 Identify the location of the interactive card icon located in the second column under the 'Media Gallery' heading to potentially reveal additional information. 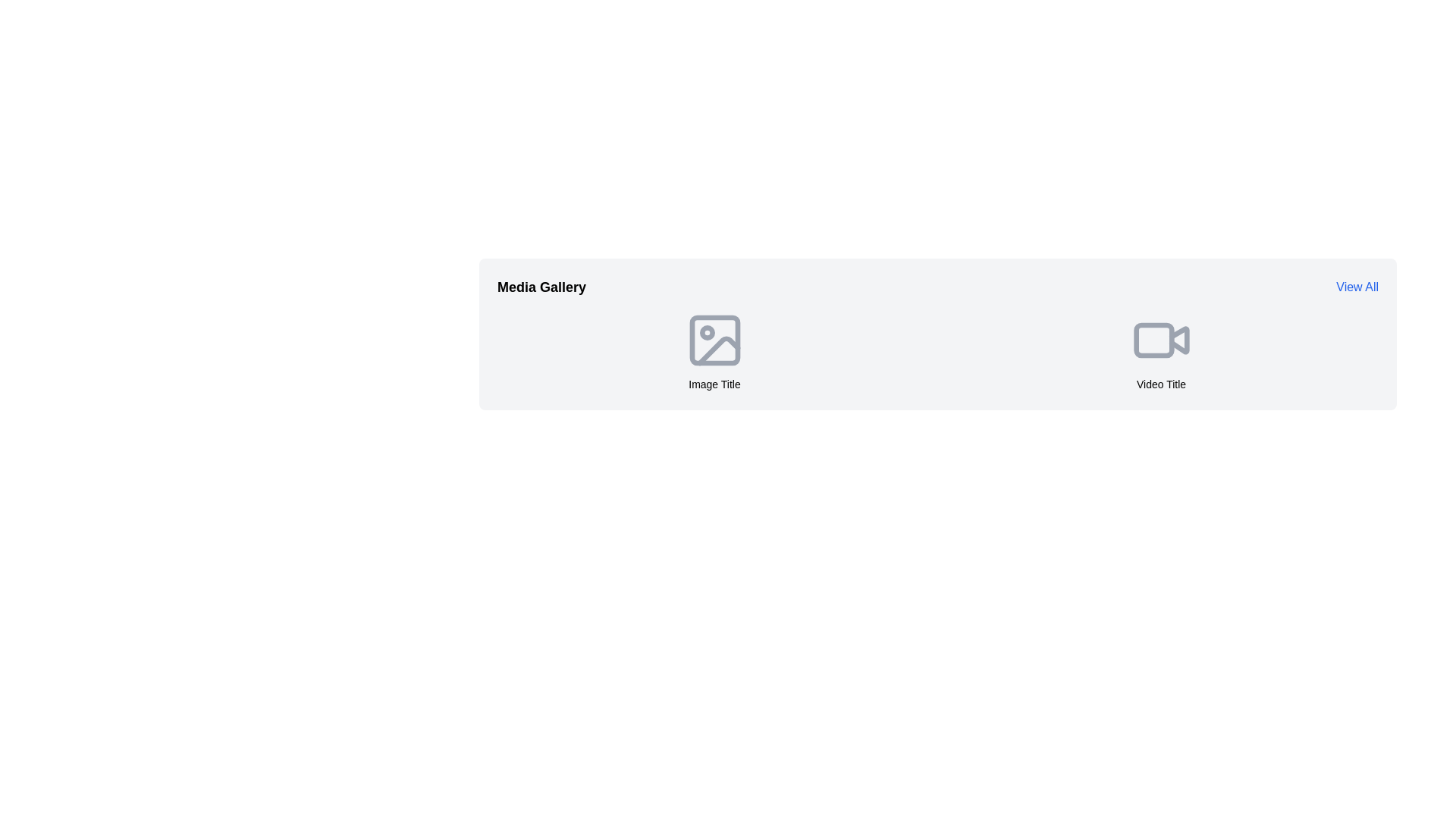
(1160, 350).